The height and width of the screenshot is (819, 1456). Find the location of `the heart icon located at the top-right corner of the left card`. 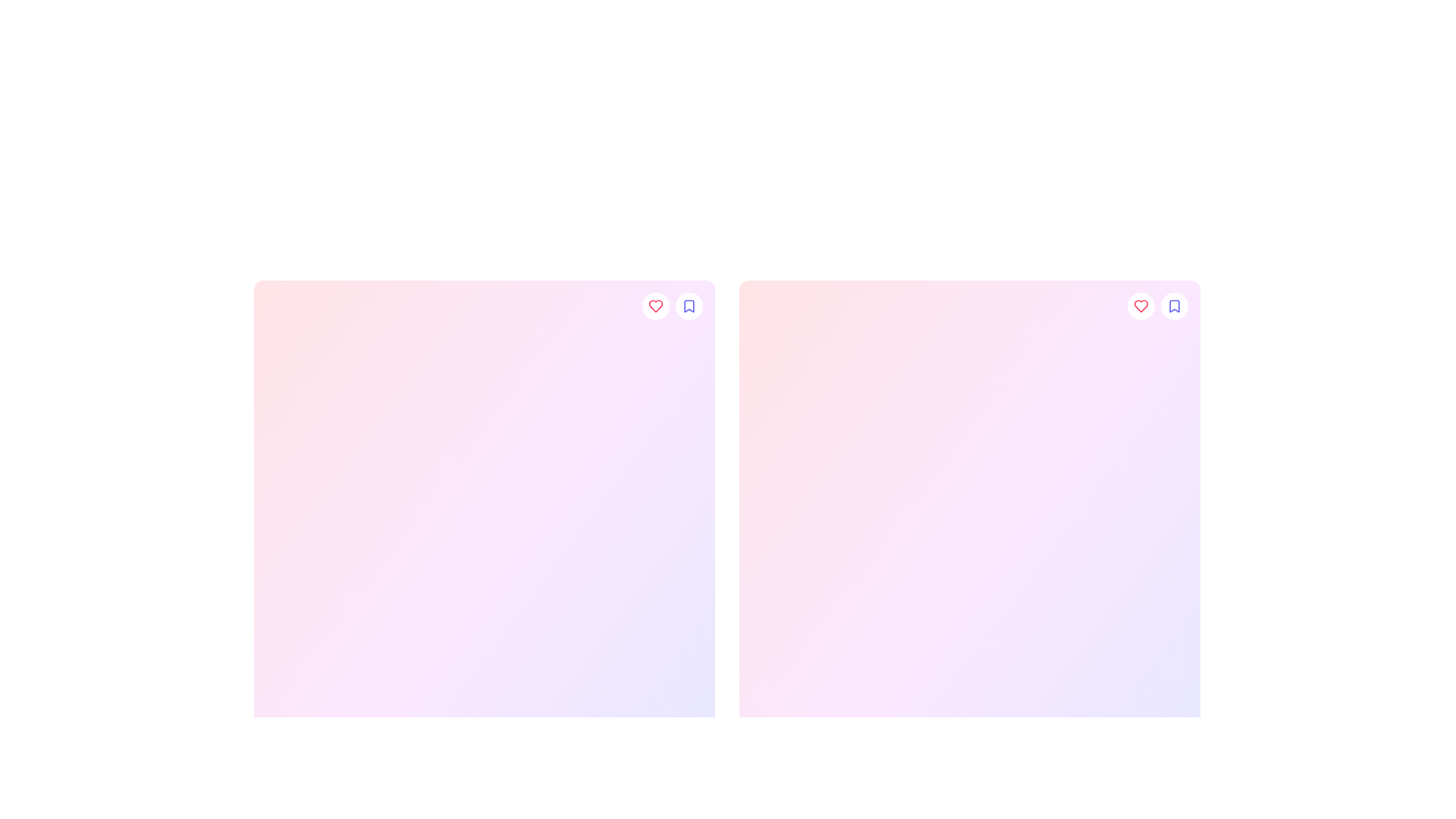

the heart icon located at the top-right corner of the left card is located at coordinates (655, 306).